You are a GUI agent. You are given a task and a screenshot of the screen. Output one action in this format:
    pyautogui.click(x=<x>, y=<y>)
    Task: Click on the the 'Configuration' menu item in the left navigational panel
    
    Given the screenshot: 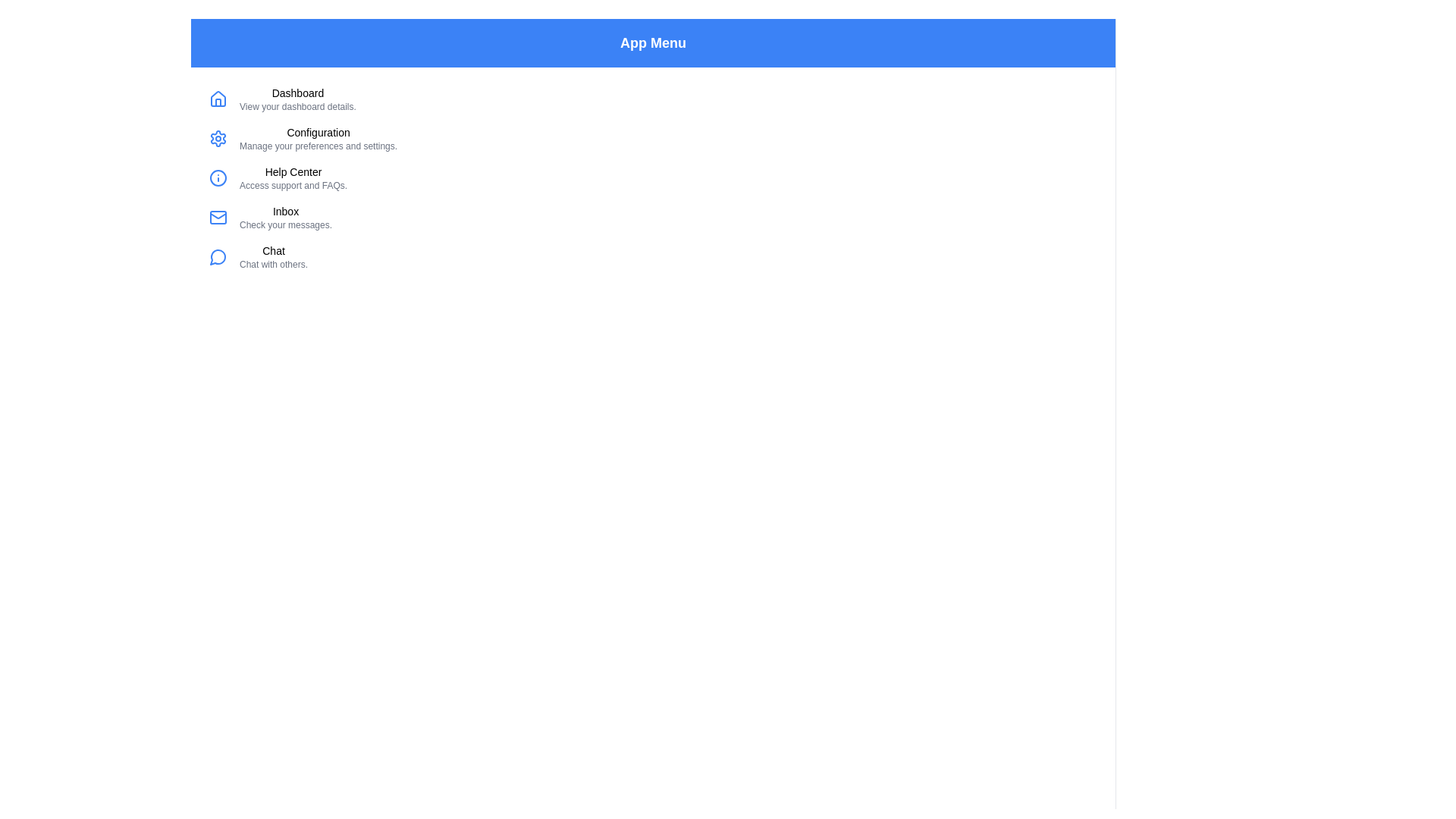 What is the action you would take?
    pyautogui.click(x=318, y=138)
    